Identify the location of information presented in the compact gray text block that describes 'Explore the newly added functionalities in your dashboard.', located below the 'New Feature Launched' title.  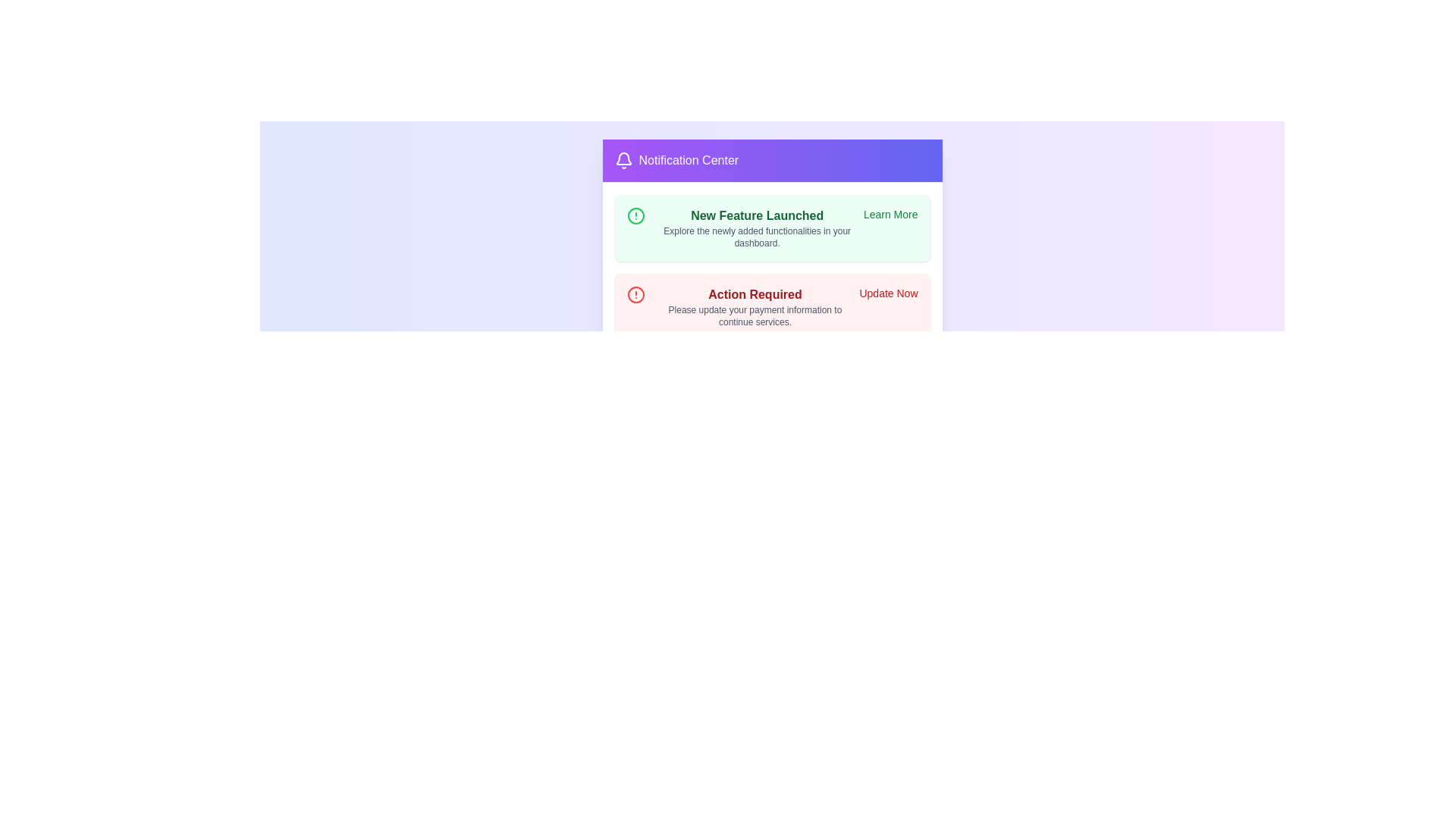
(757, 237).